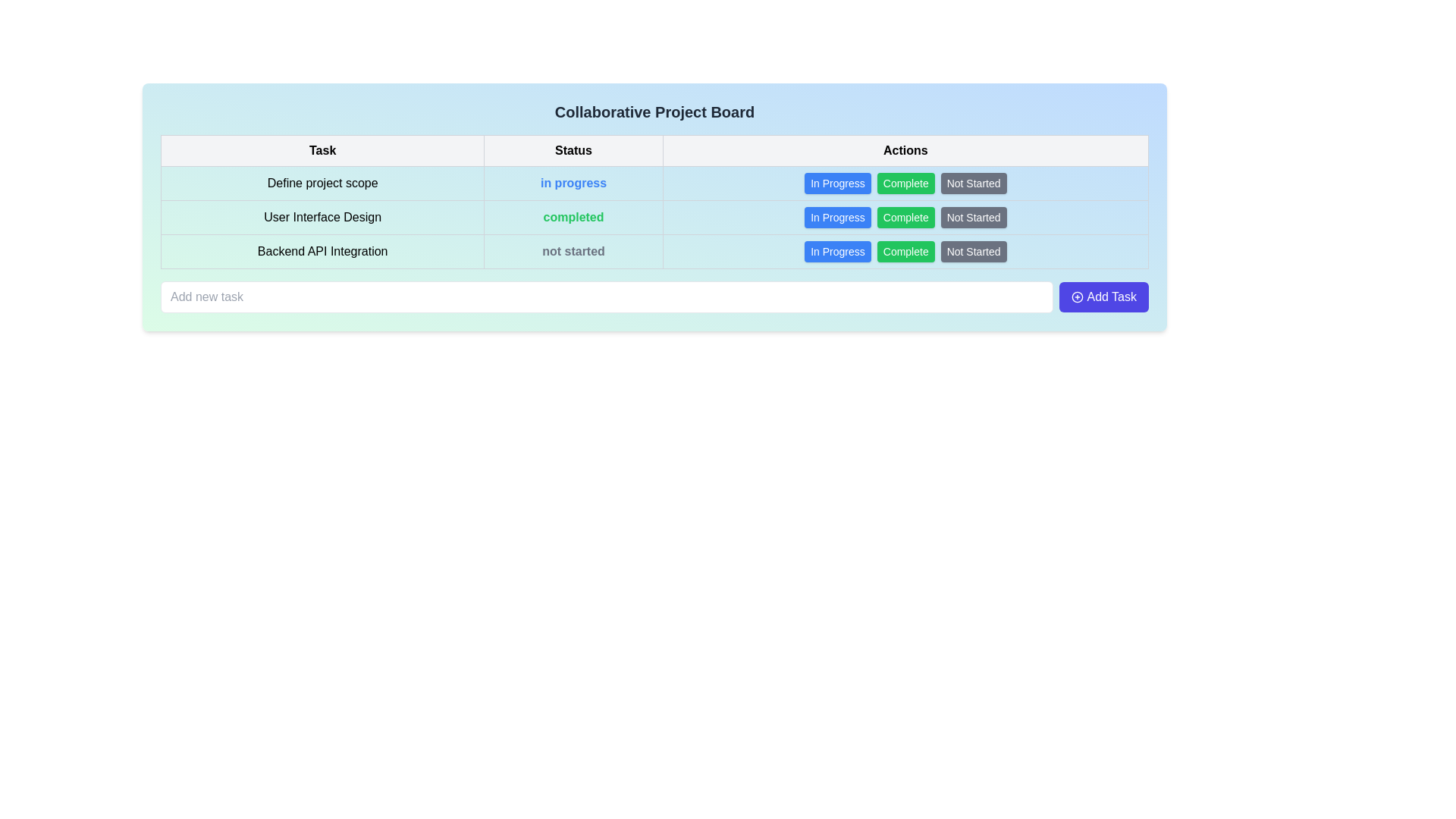 The image size is (1456, 819). I want to click on the section header with bold, extra-large text reading 'Collaborative Project Board', which is styled with dark gray color and centered above a table layout, so click(654, 111).